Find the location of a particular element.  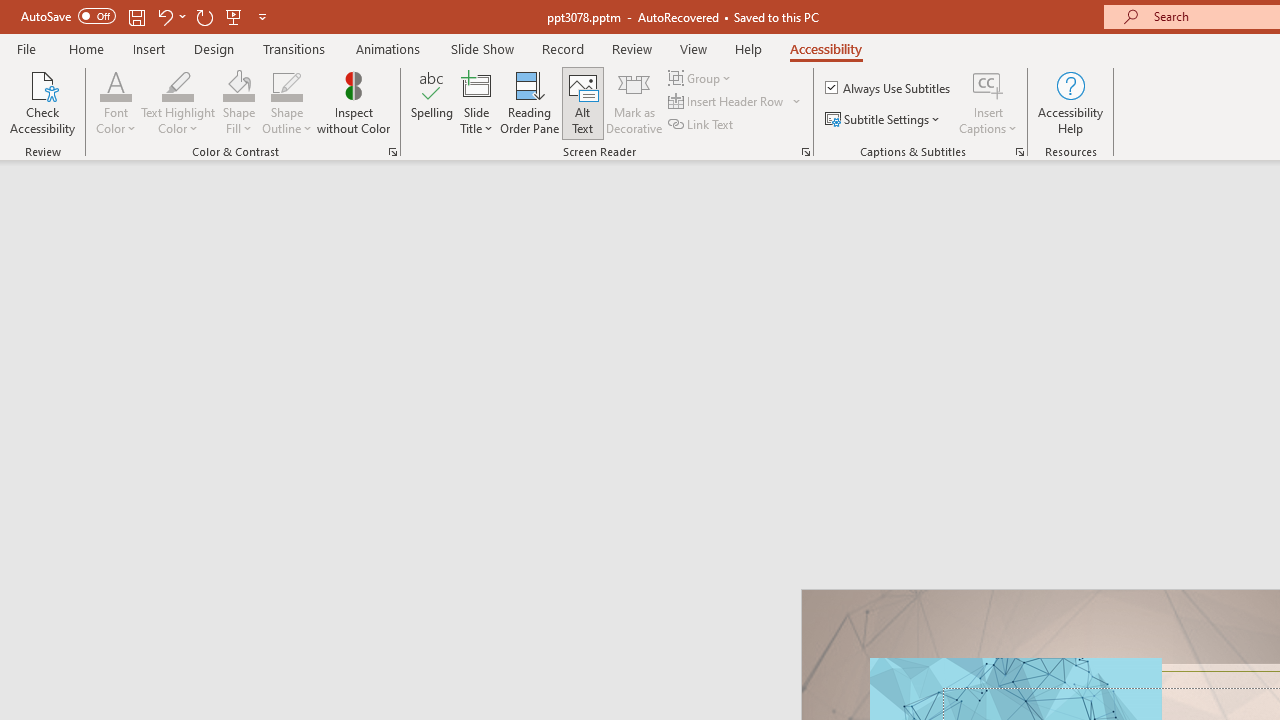

'Screen Reader' is located at coordinates (805, 150).